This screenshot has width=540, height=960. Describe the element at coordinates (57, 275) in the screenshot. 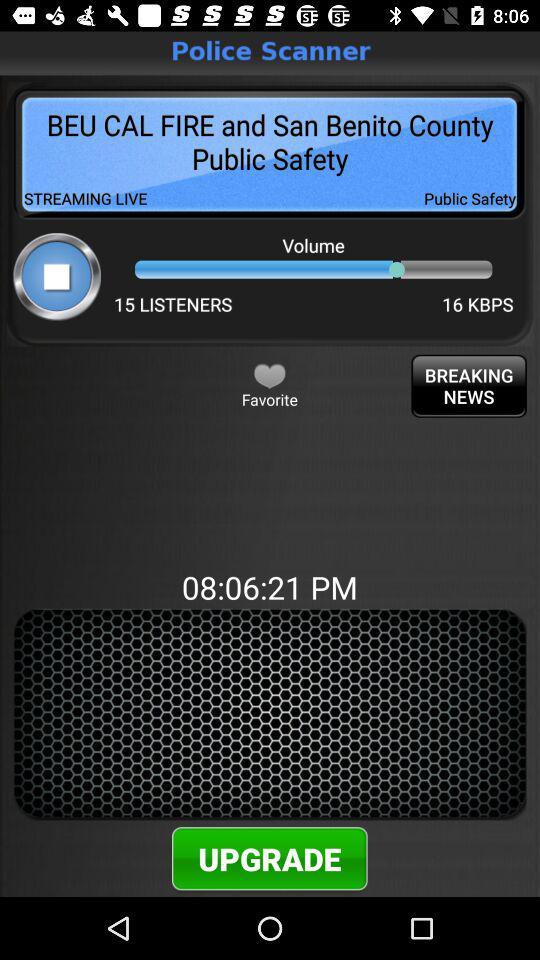

I see `stop playing` at that location.